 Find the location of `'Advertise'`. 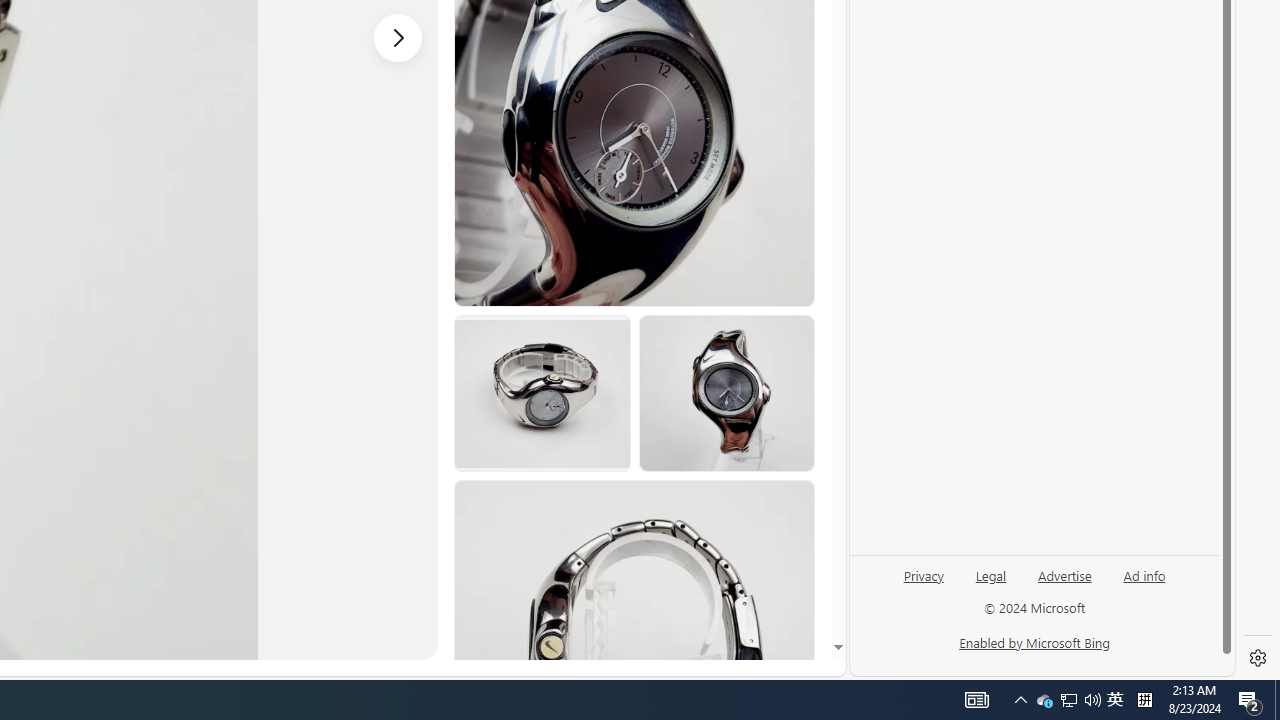

'Advertise' is located at coordinates (1063, 574).